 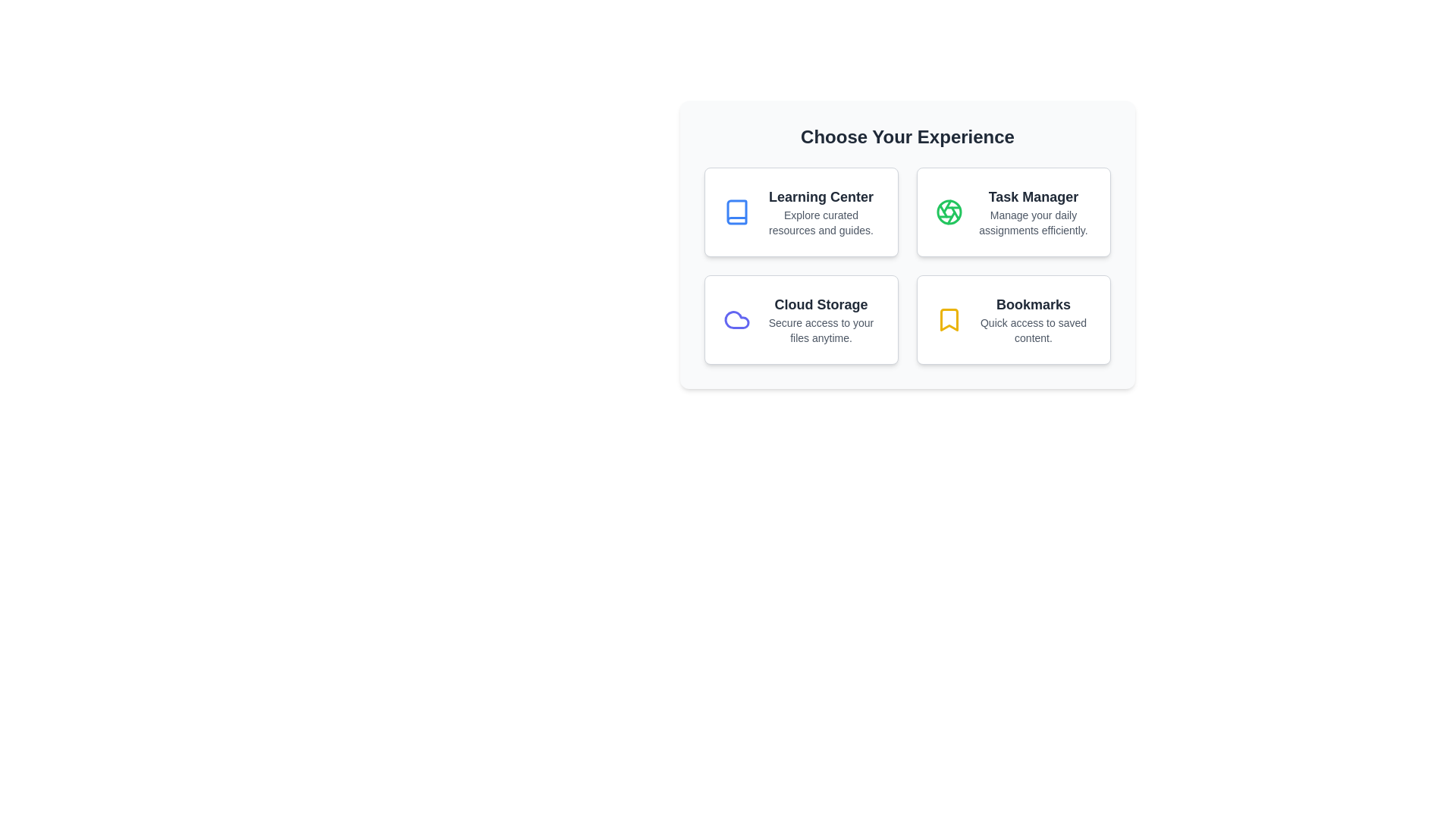 What do you see at coordinates (736, 212) in the screenshot?
I see `the book icon with a blue outline located within the 'Learning Center' card in the upper-left corner of the grid layout` at bounding box center [736, 212].